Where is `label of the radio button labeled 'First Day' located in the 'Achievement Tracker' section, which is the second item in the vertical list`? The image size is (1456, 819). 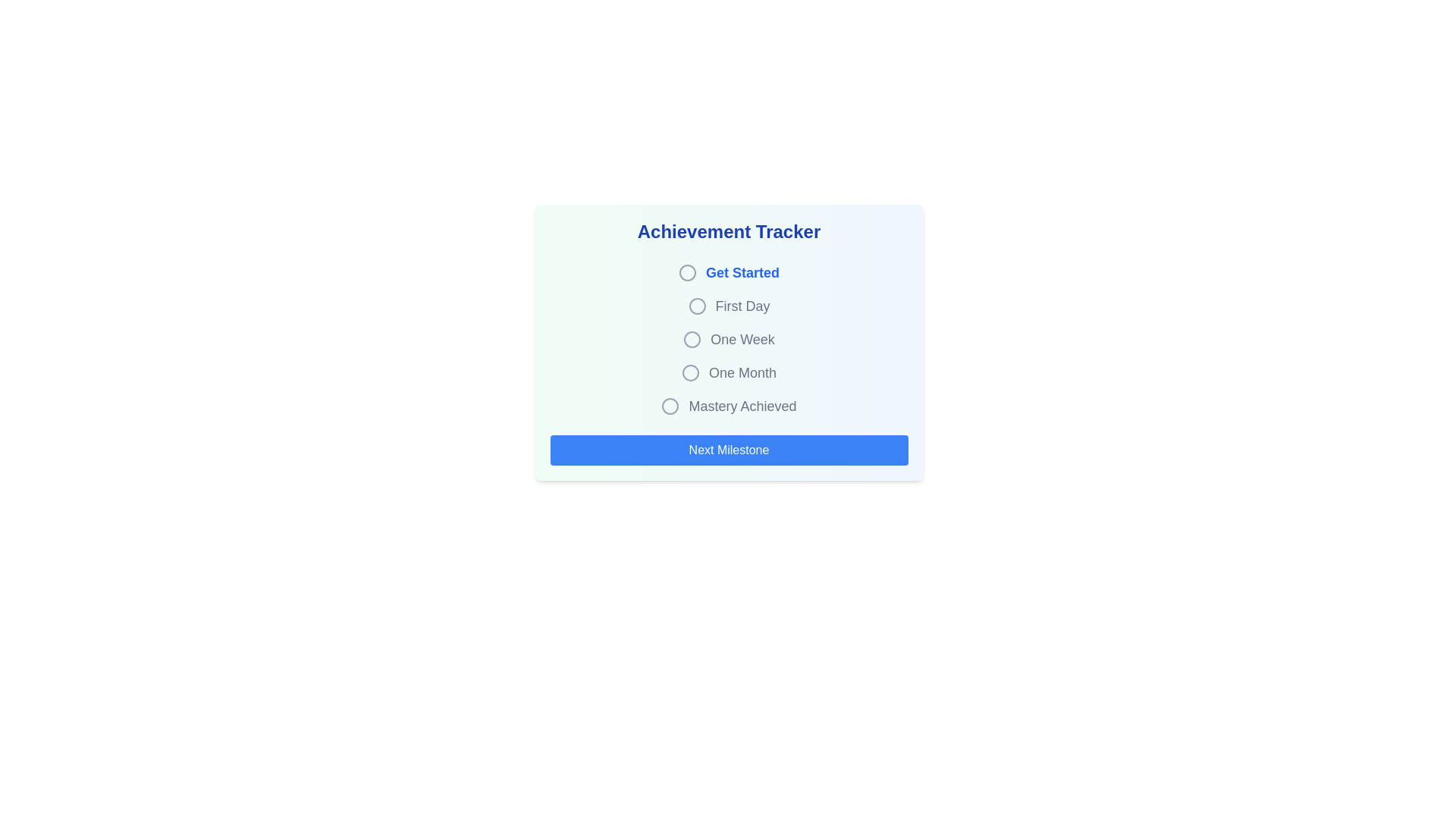 label of the radio button labeled 'First Day' located in the 'Achievement Tracker' section, which is the second item in the vertical list is located at coordinates (729, 306).